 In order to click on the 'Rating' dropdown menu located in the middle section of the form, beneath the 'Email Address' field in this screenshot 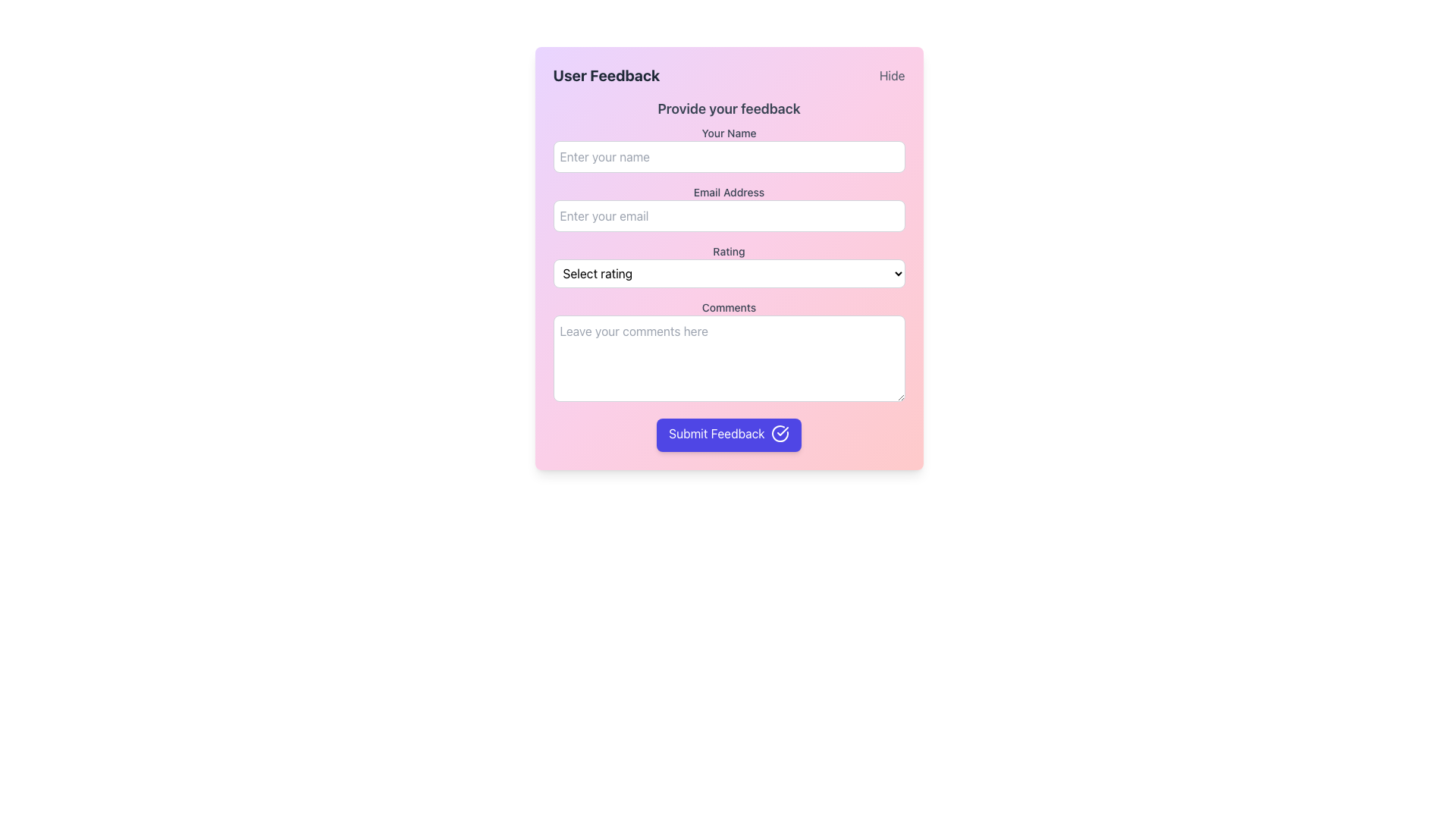, I will do `click(729, 265)`.